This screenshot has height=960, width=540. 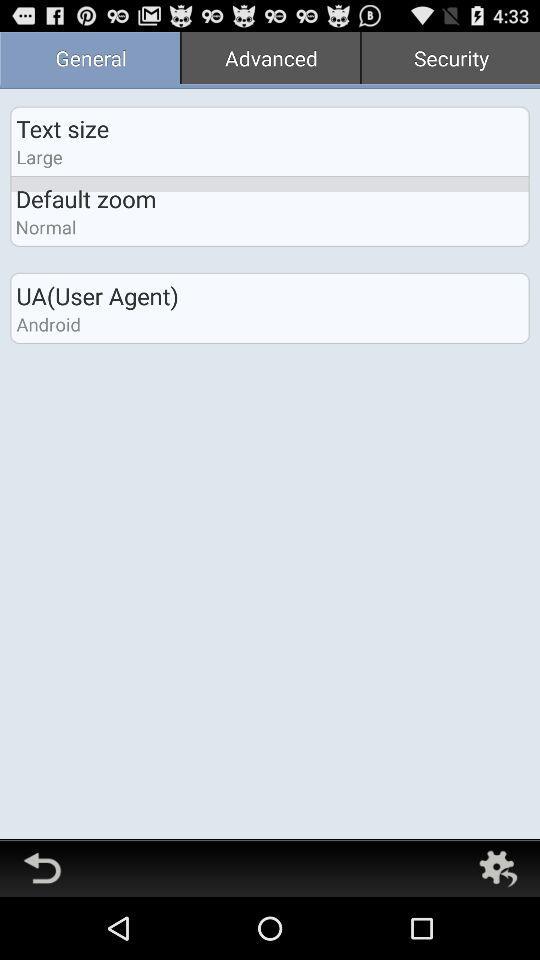 I want to click on settings screen, so click(x=496, y=867).